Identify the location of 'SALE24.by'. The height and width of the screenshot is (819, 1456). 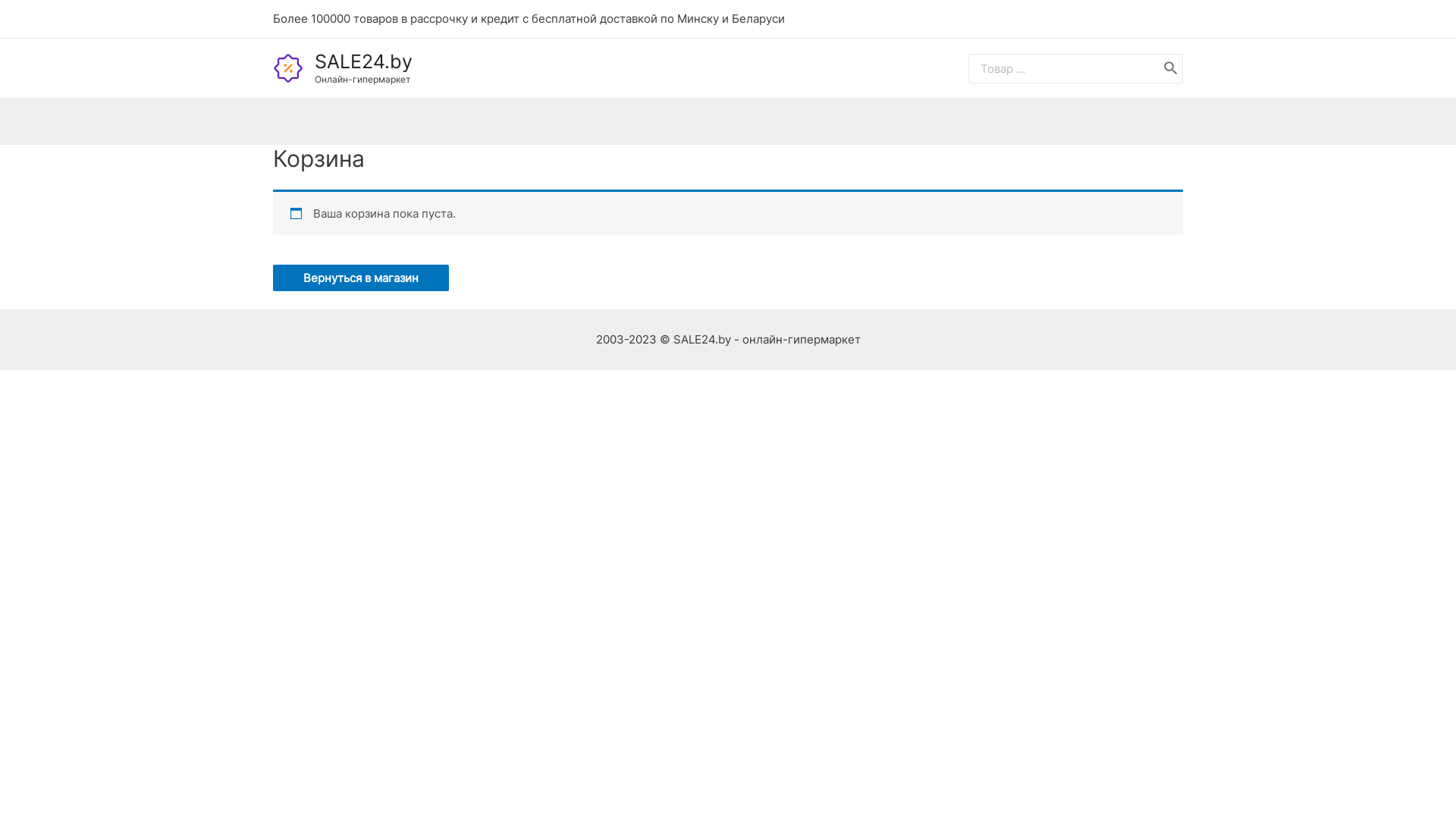
(313, 61).